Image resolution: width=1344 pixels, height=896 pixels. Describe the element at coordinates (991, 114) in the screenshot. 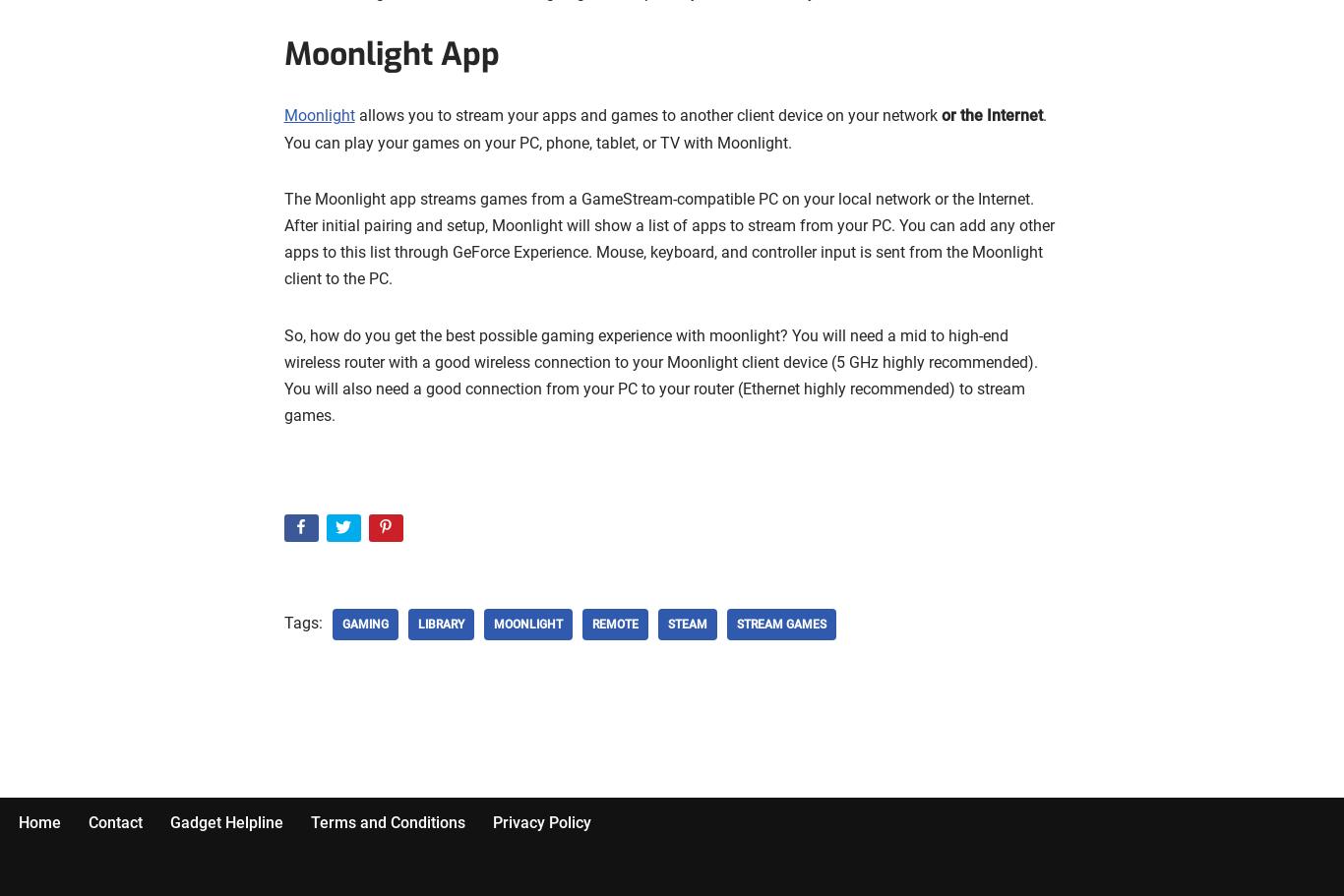

I see `'or the Internet'` at that location.